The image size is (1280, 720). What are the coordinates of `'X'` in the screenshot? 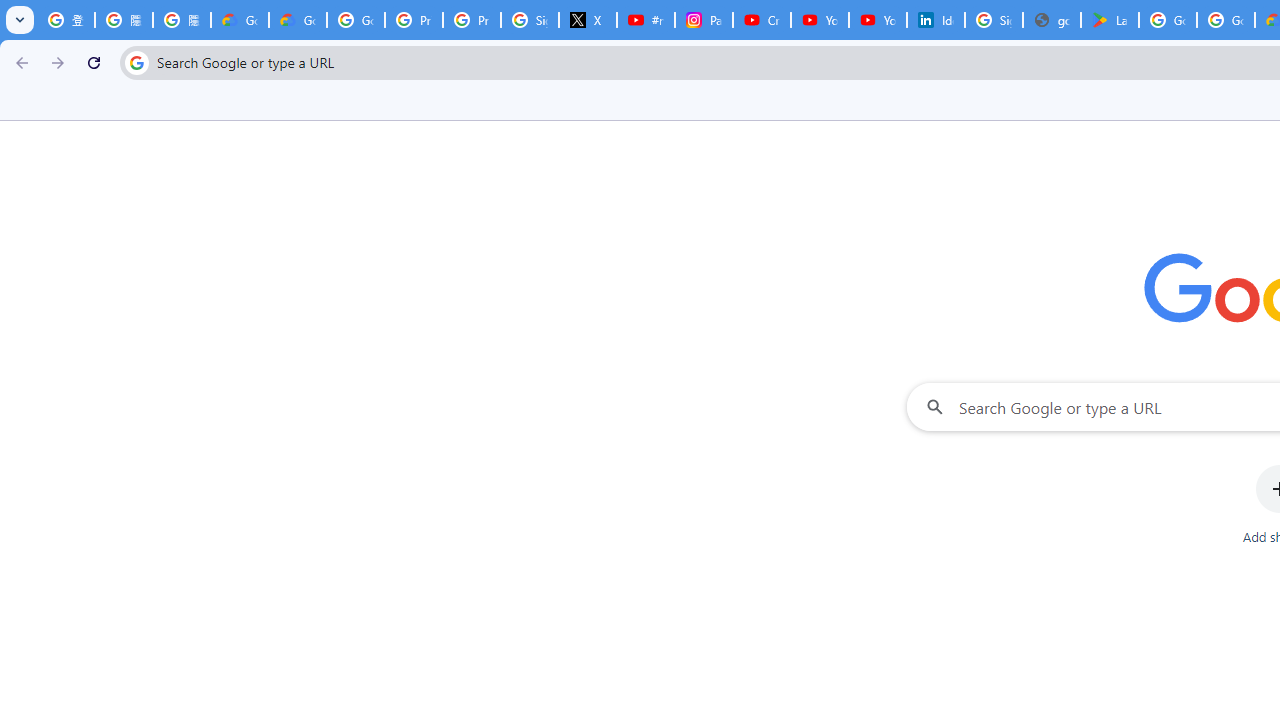 It's located at (587, 20).